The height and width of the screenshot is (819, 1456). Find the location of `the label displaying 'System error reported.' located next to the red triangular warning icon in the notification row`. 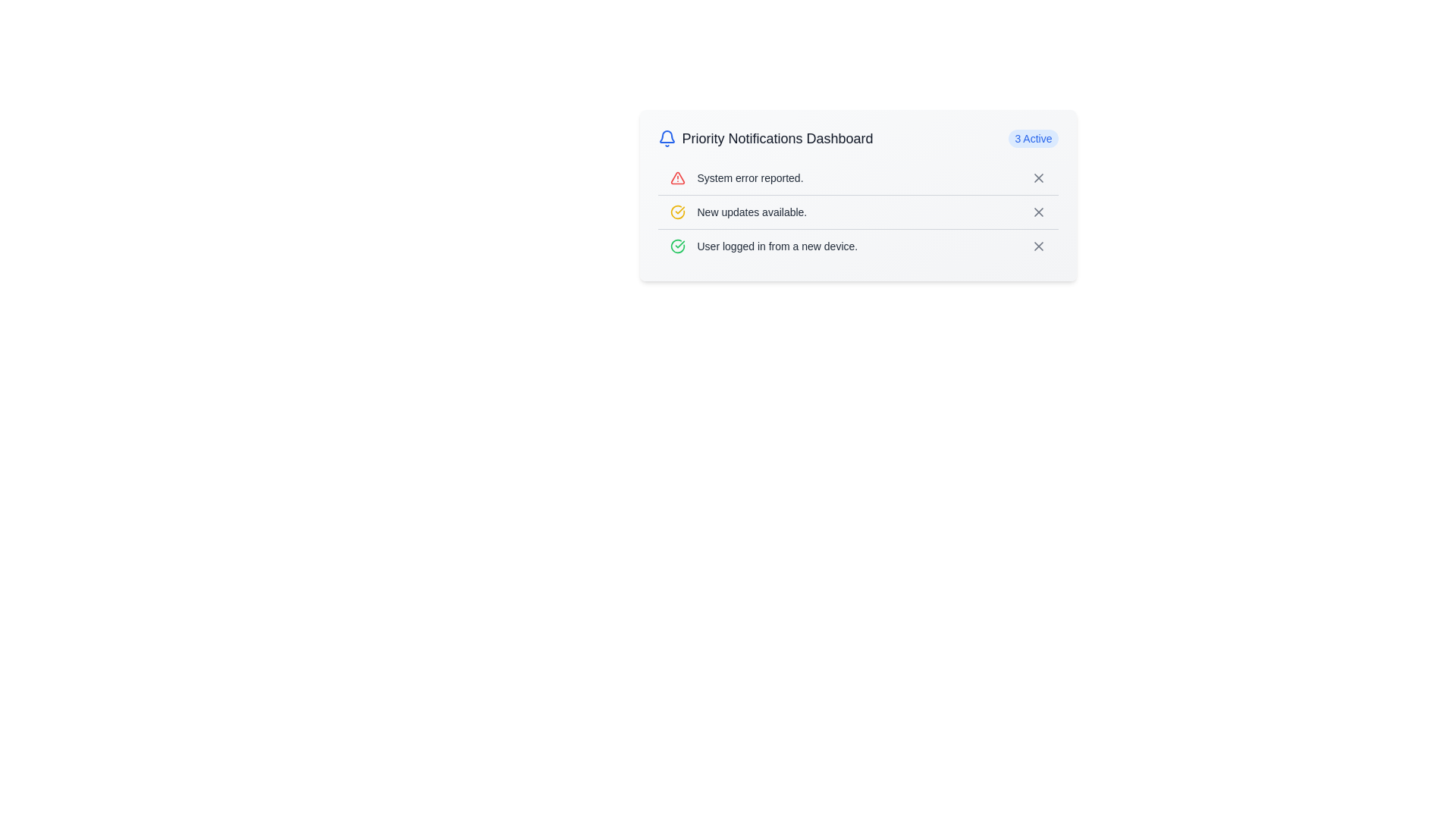

the label displaying 'System error reported.' located next to the red triangular warning icon in the notification row is located at coordinates (750, 177).